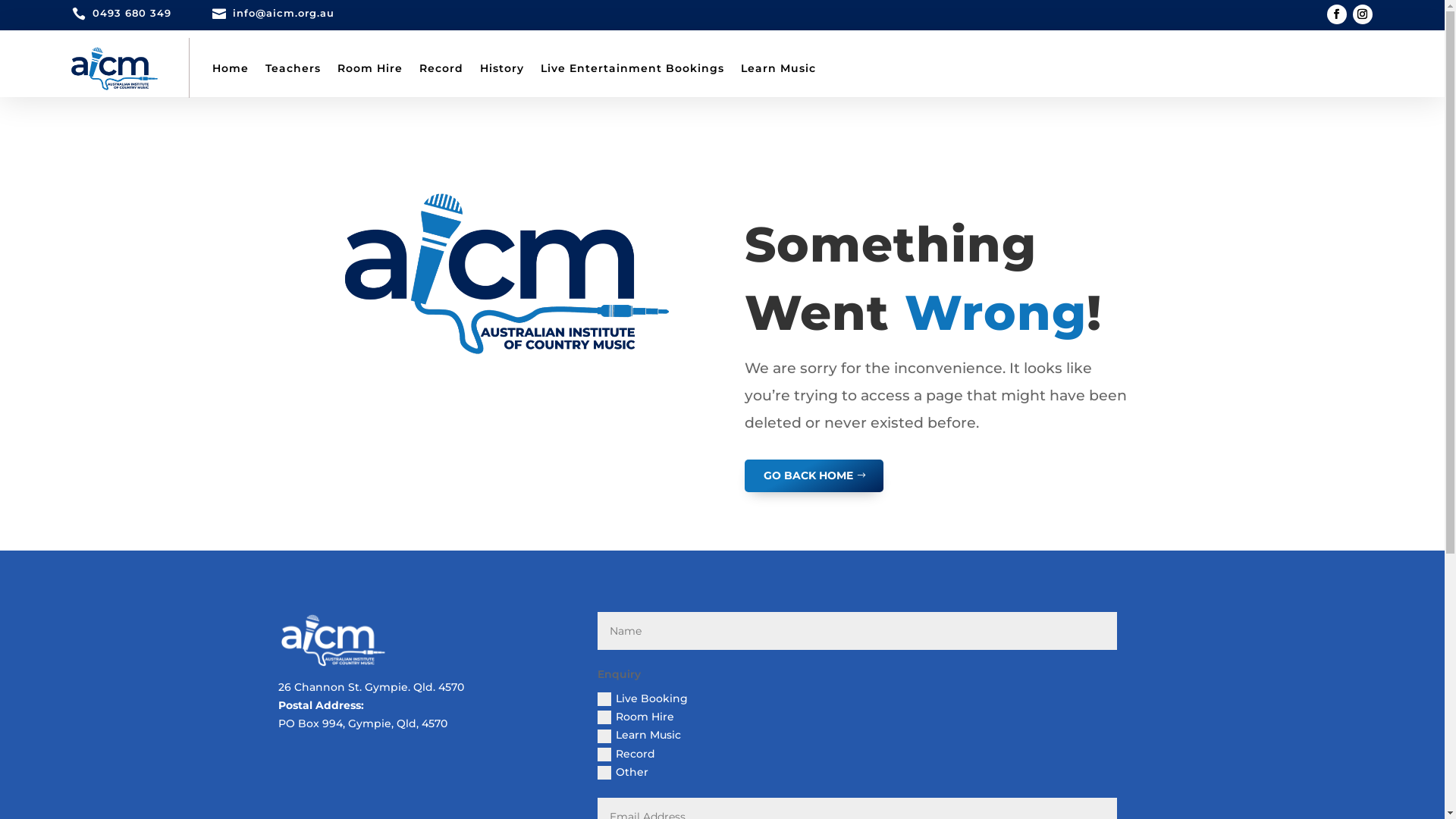  I want to click on 'Learn Music', so click(777, 67).